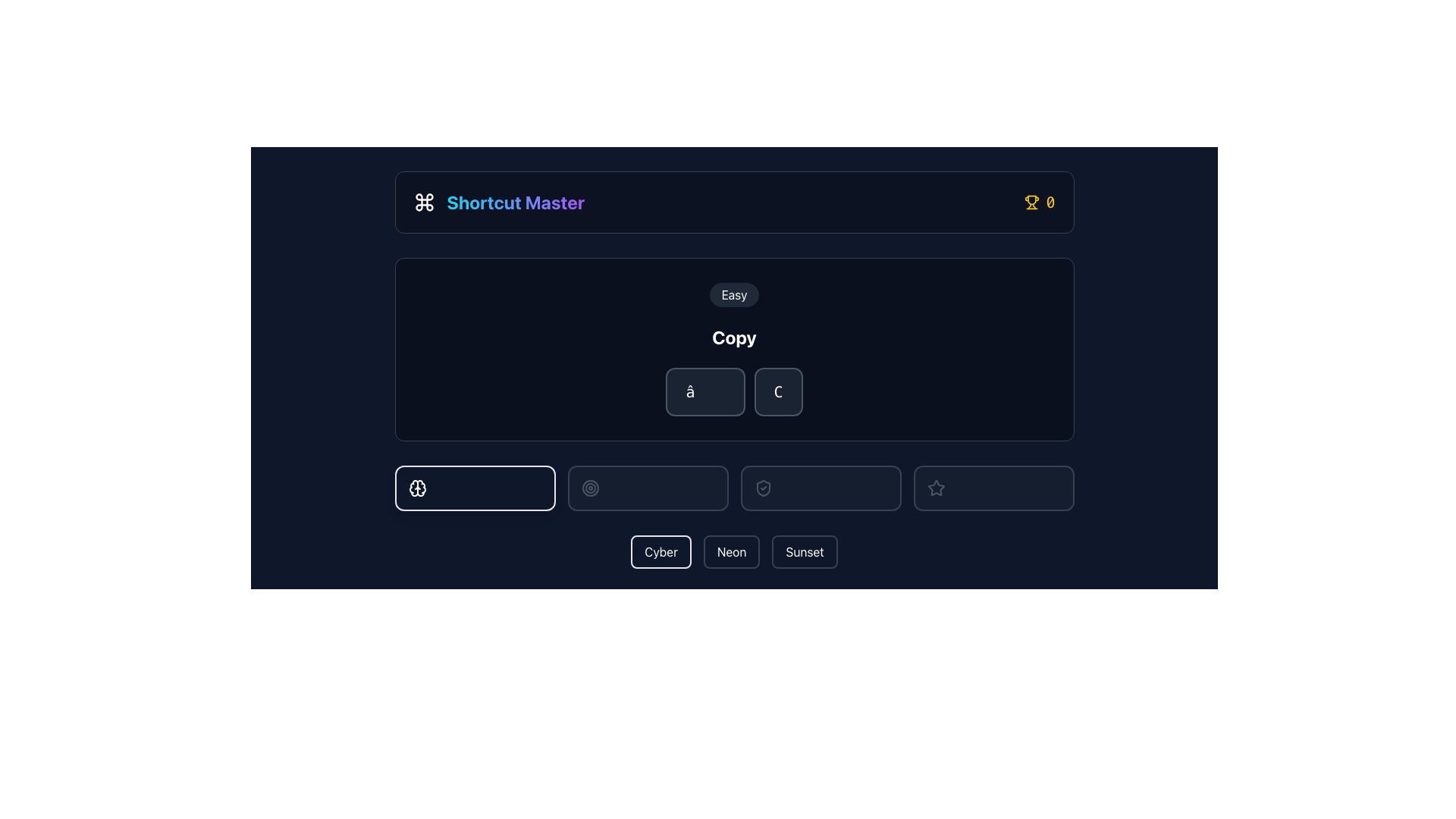 The image size is (1456, 819). Describe the element at coordinates (417, 488) in the screenshot. I see `the brain-like icon inside the first button of the horizontal button group at the bottom of the interface` at that location.